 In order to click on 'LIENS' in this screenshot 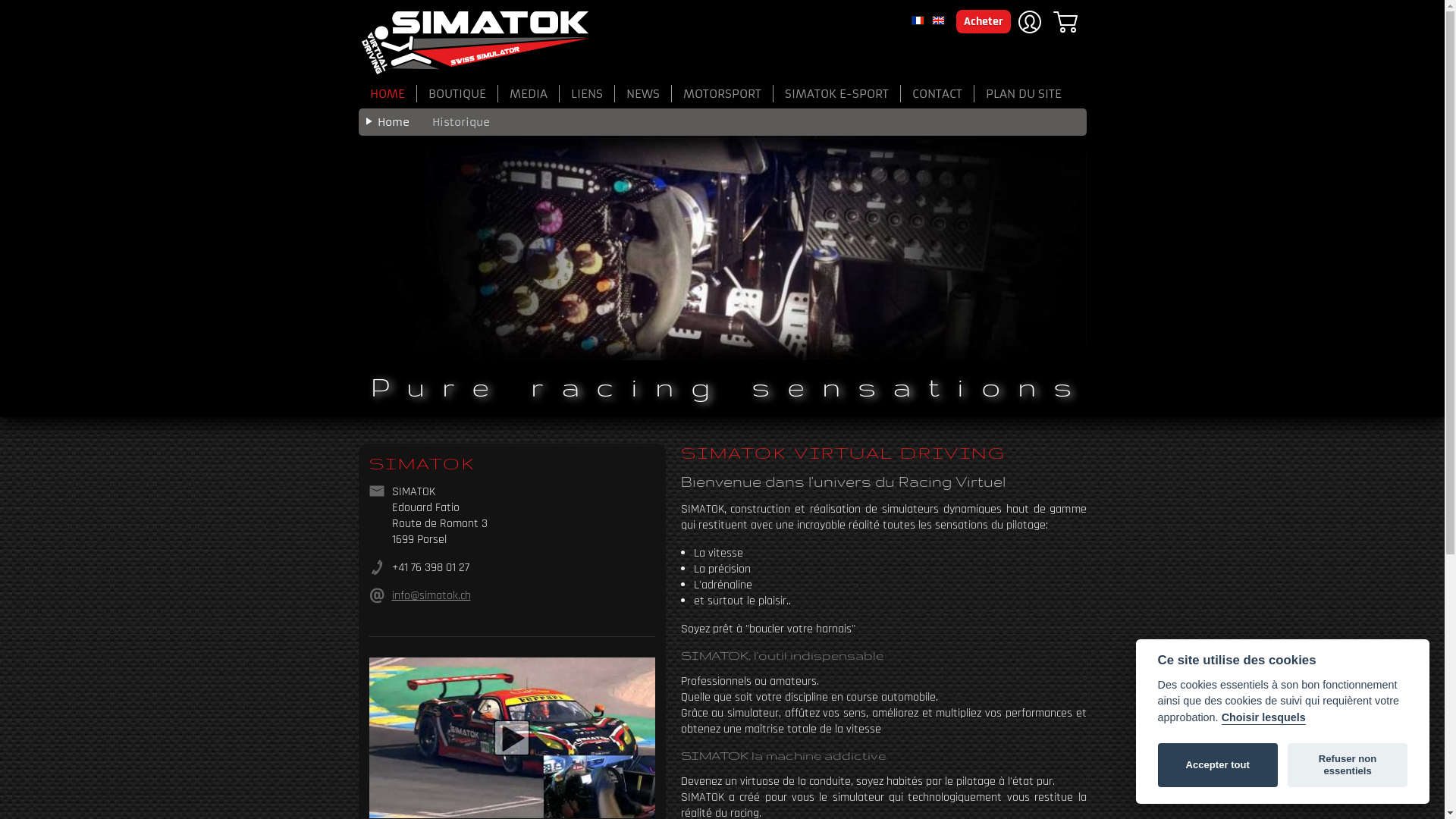, I will do `click(586, 93)`.